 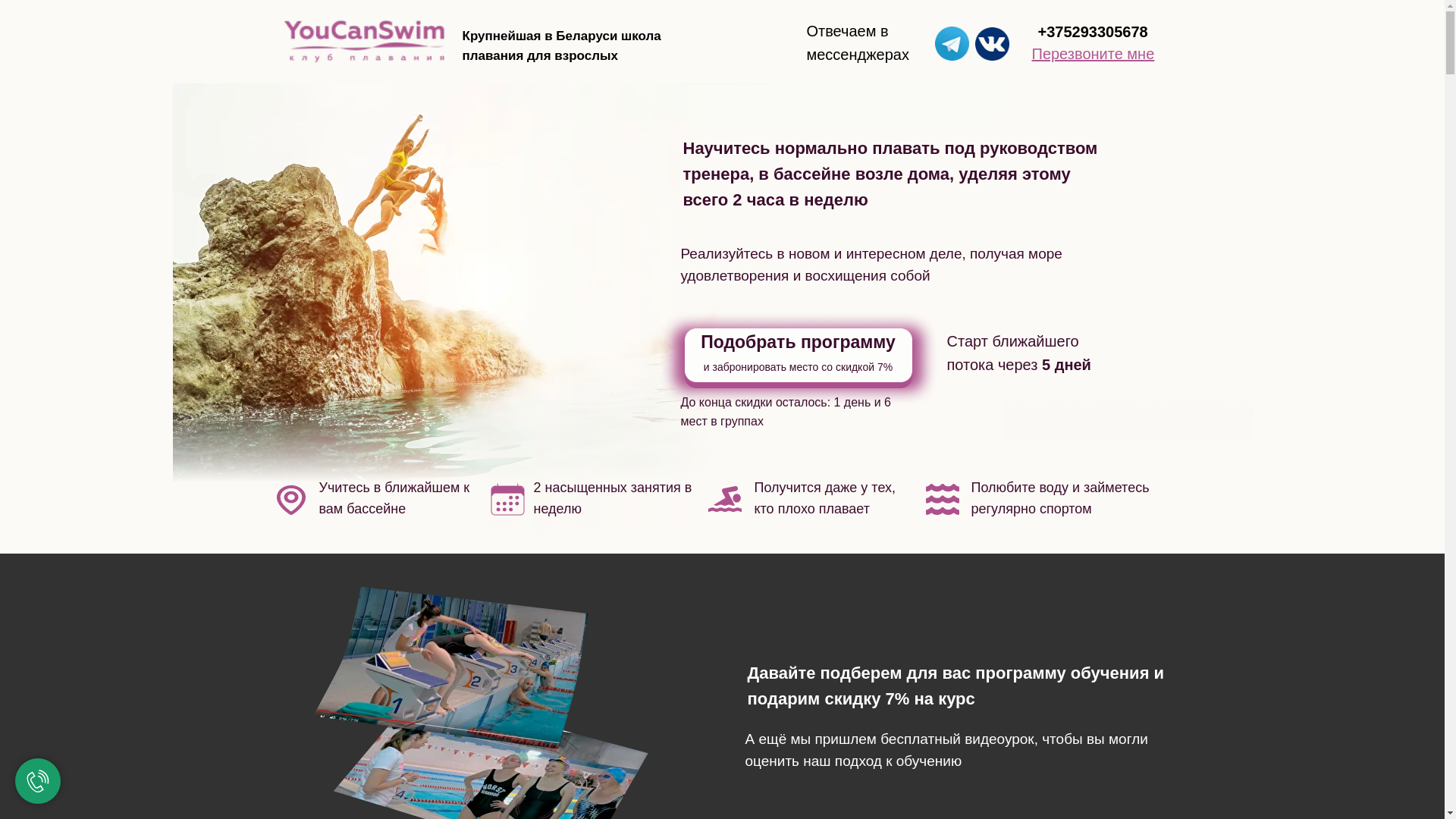 What do you see at coordinates (1037, 32) in the screenshot?
I see `'+375293305678'` at bounding box center [1037, 32].